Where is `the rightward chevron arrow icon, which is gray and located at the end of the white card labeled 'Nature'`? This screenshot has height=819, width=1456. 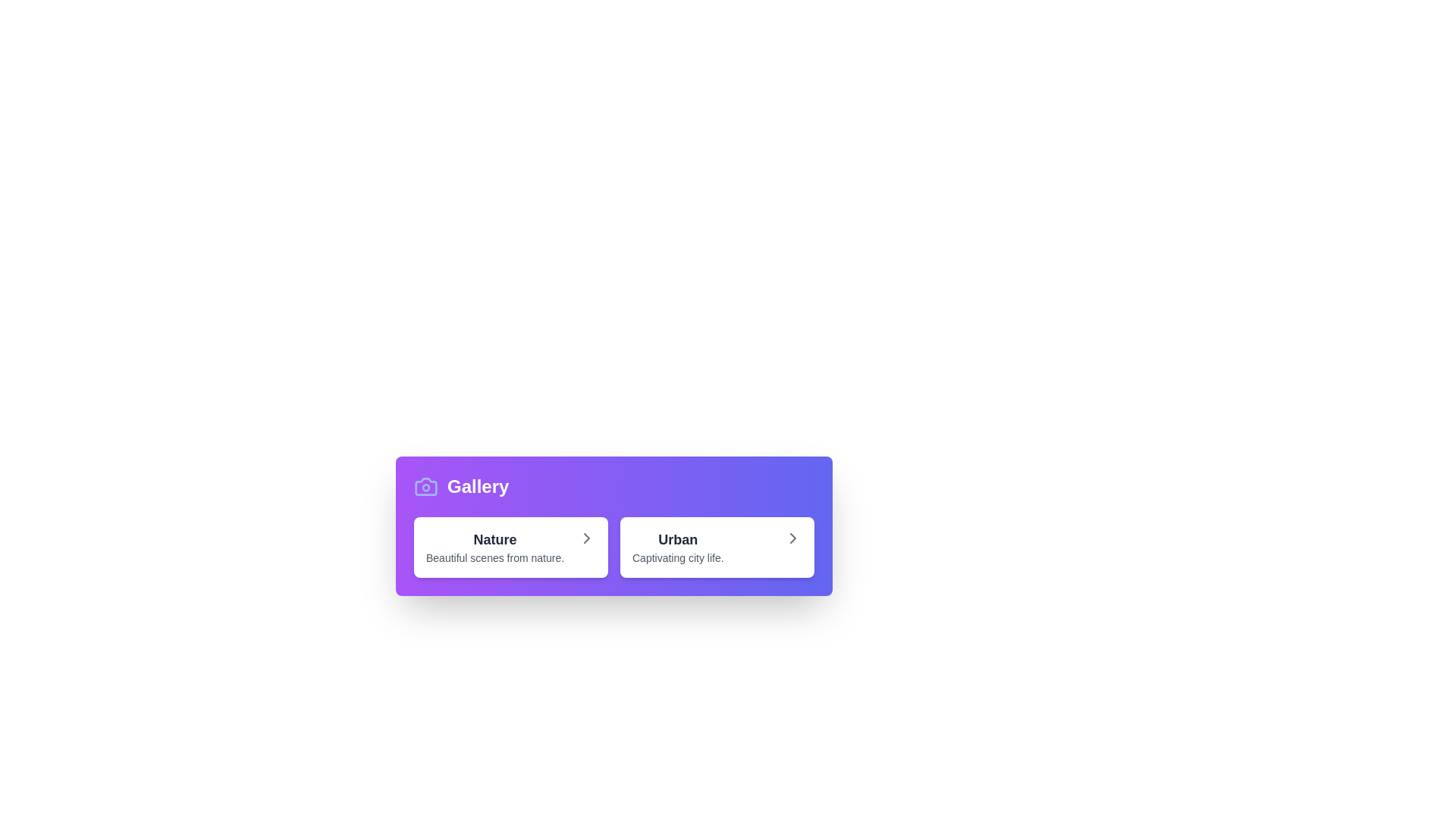
the rightward chevron arrow icon, which is gray and located at the end of the white card labeled 'Nature' is located at coordinates (585, 537).